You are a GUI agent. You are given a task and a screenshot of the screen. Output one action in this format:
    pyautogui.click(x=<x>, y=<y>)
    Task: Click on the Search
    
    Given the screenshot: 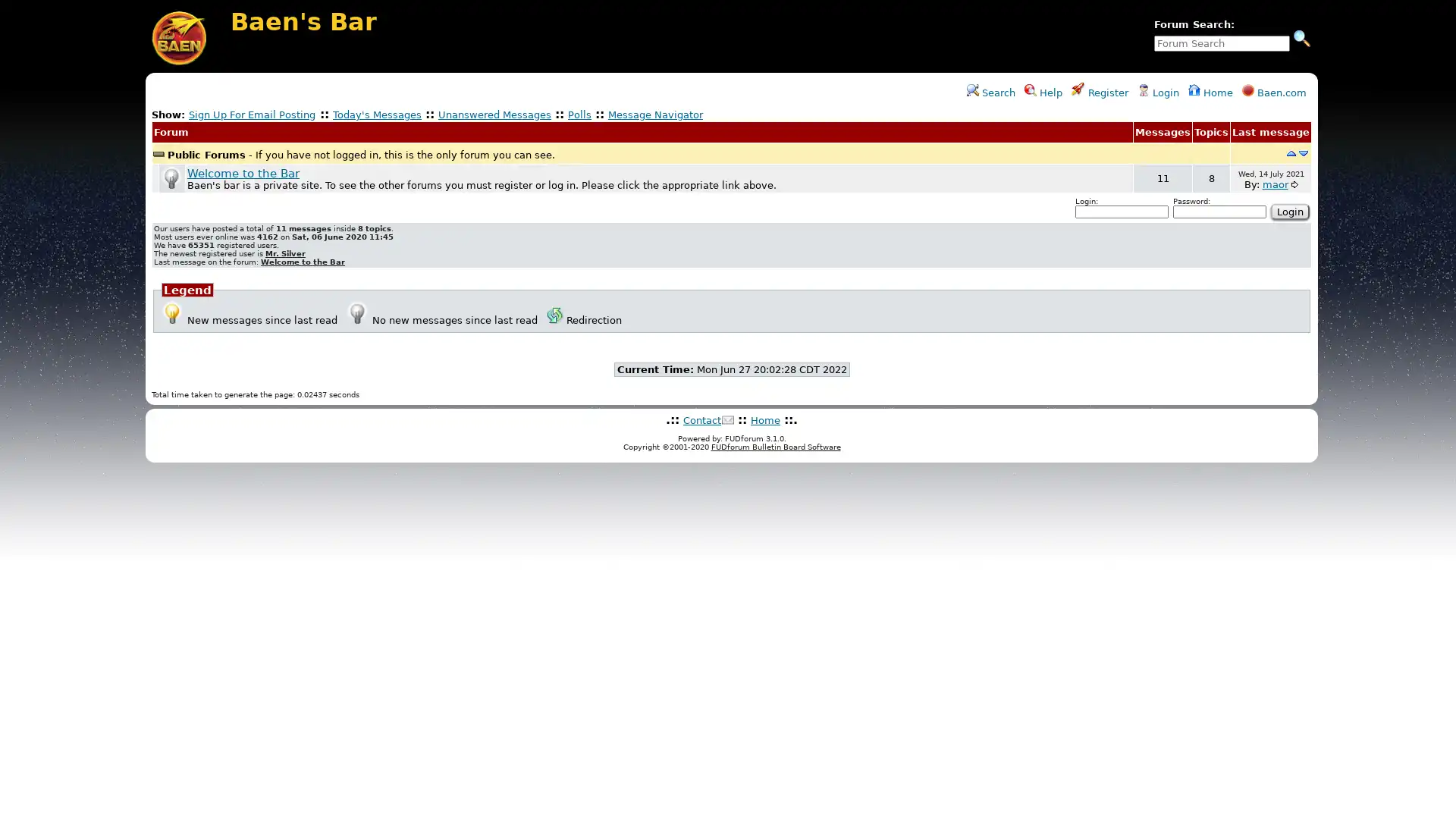 What is the action you would take?
    pyautogui.click(x=1301, y=37)
    